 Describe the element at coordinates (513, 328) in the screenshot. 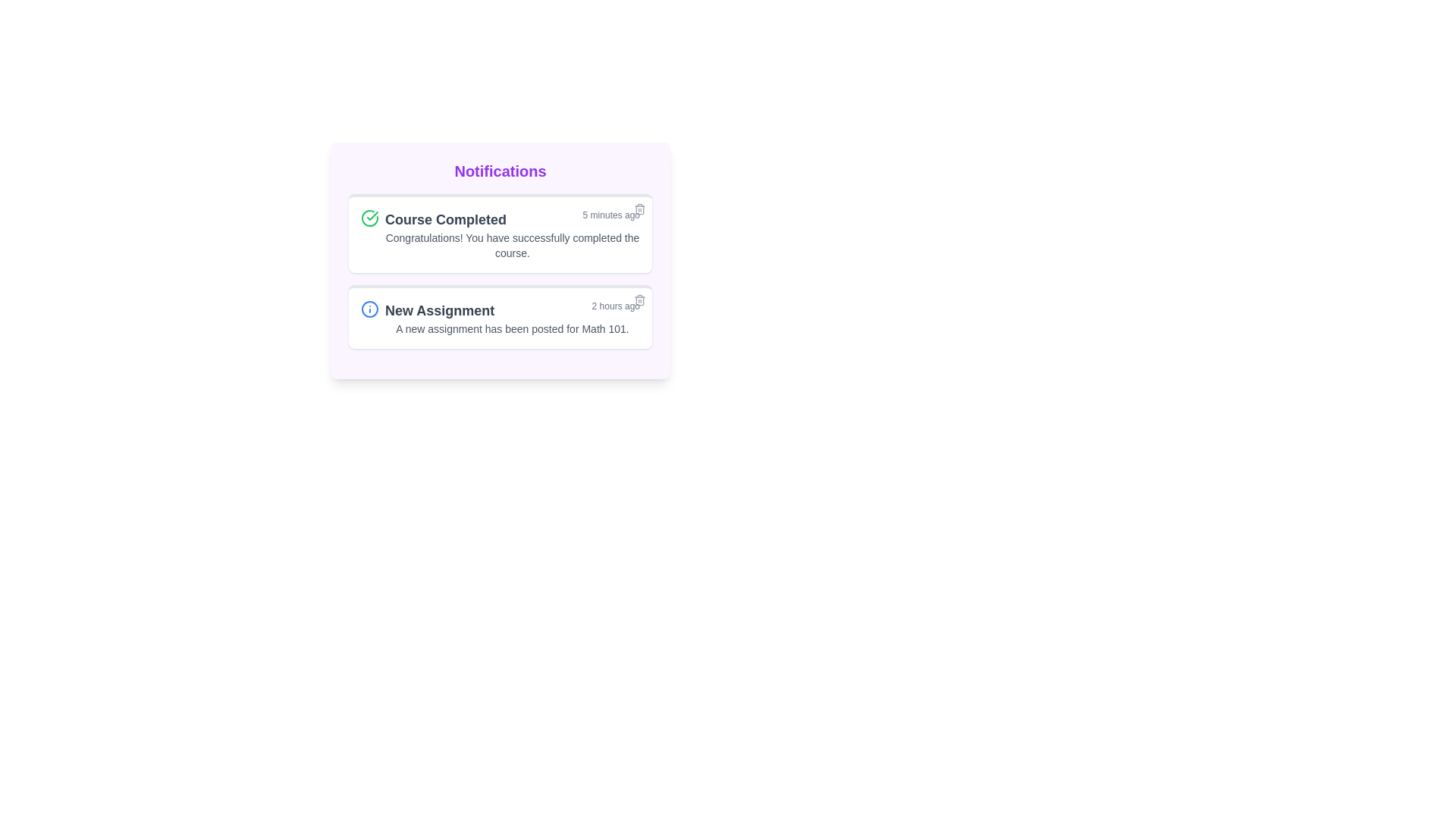

I see `text label displaying 'A new assignment has been posted for Math 101.' located in the second notification card under the title 'New Assignment.'` at that location.